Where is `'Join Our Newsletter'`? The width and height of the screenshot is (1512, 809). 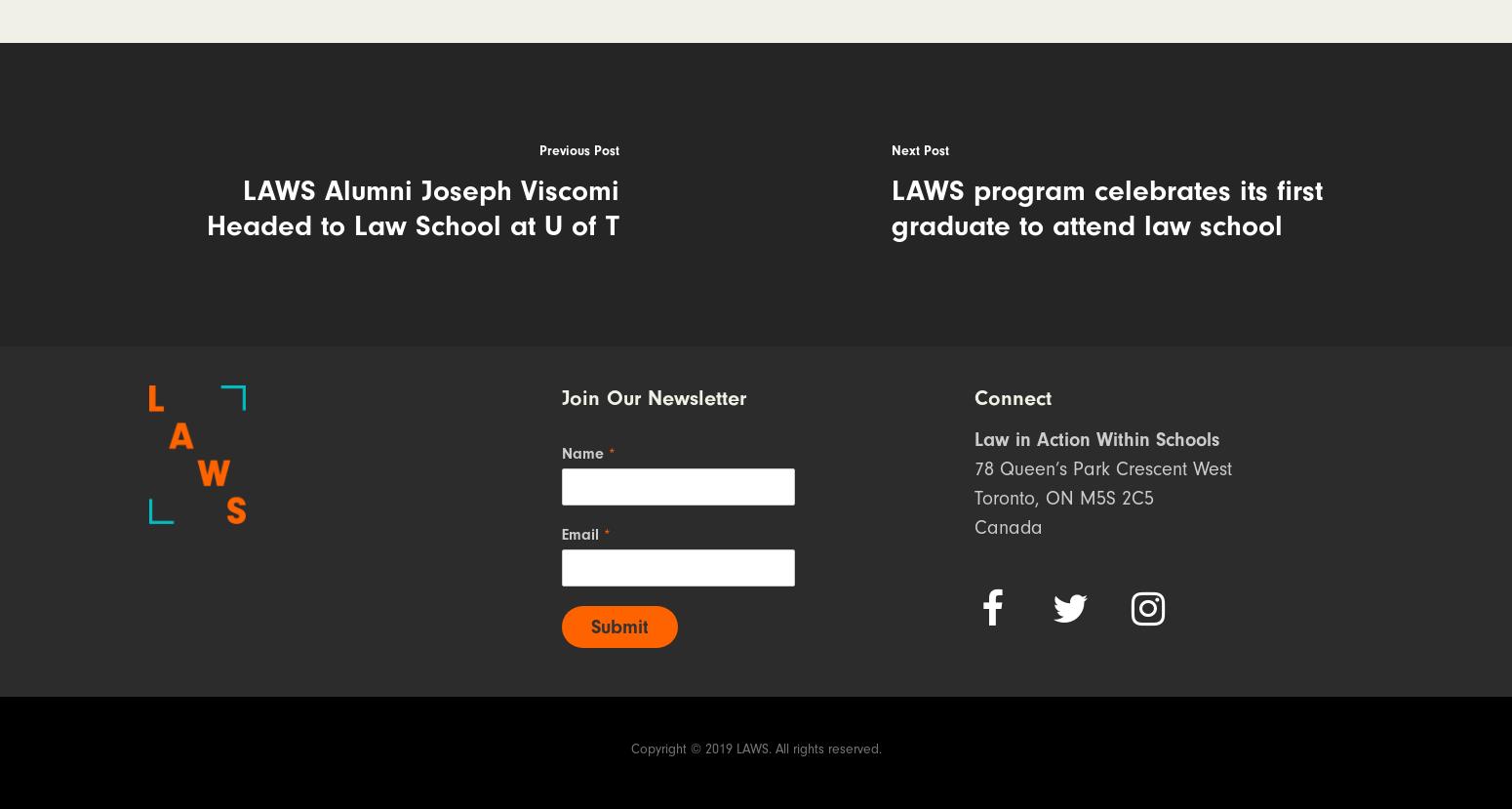 'Join Our Newsletter' is located at coordinates (652, 398).